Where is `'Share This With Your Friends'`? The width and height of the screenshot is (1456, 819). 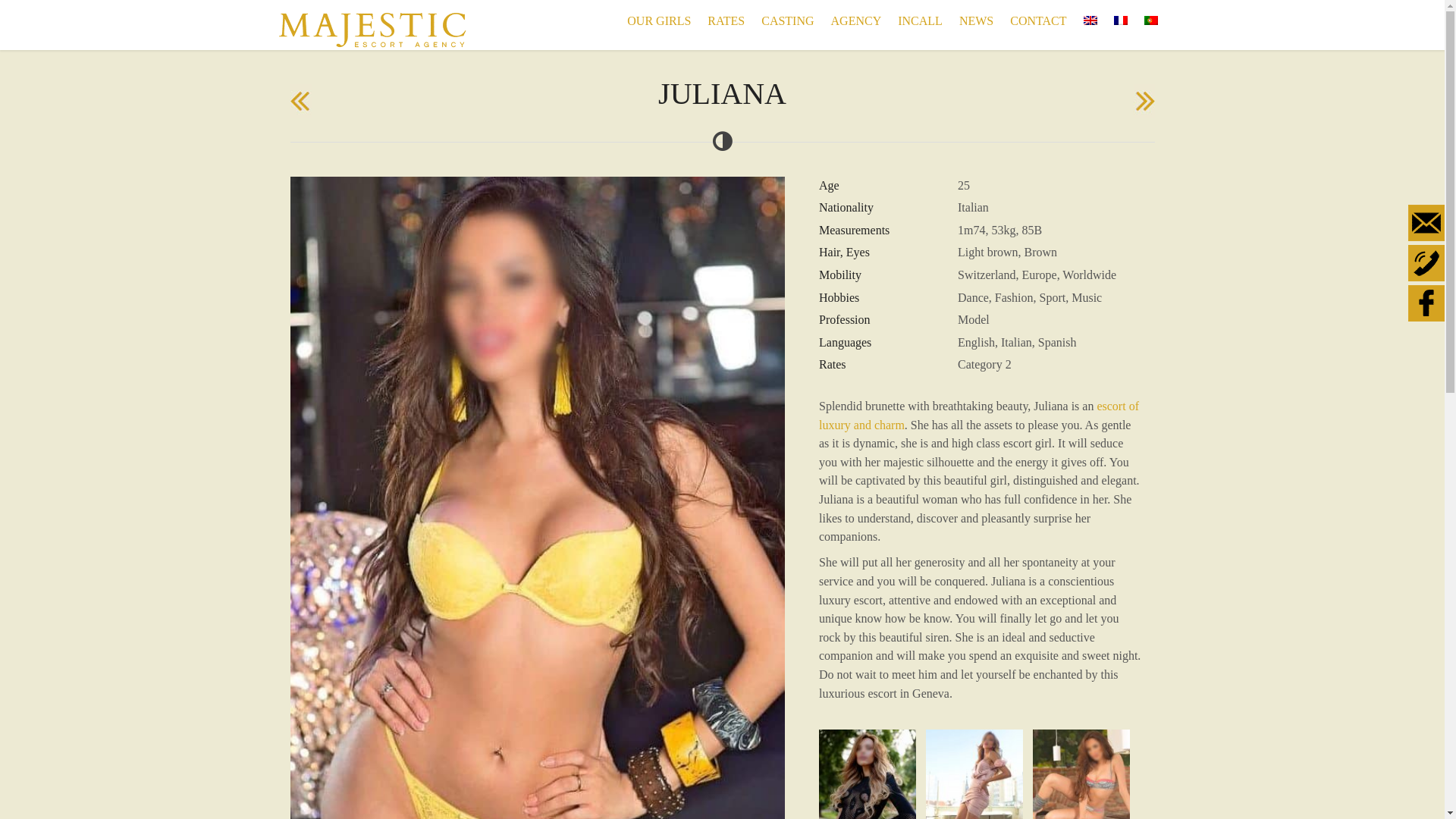 'Share This With Your Friends' is located at coordinates (1426, 264).